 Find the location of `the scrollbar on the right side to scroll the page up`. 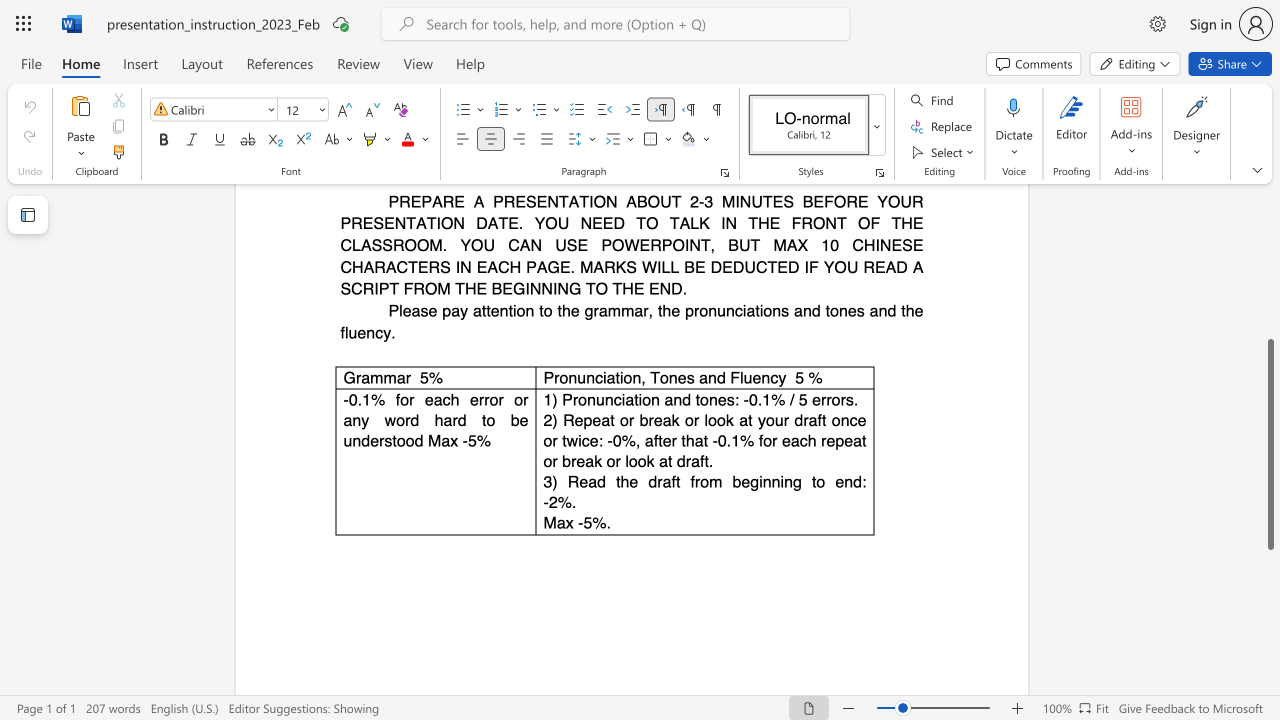

the scrollbar on the right side to scroll the page up is located at coordinates (1269, 258).